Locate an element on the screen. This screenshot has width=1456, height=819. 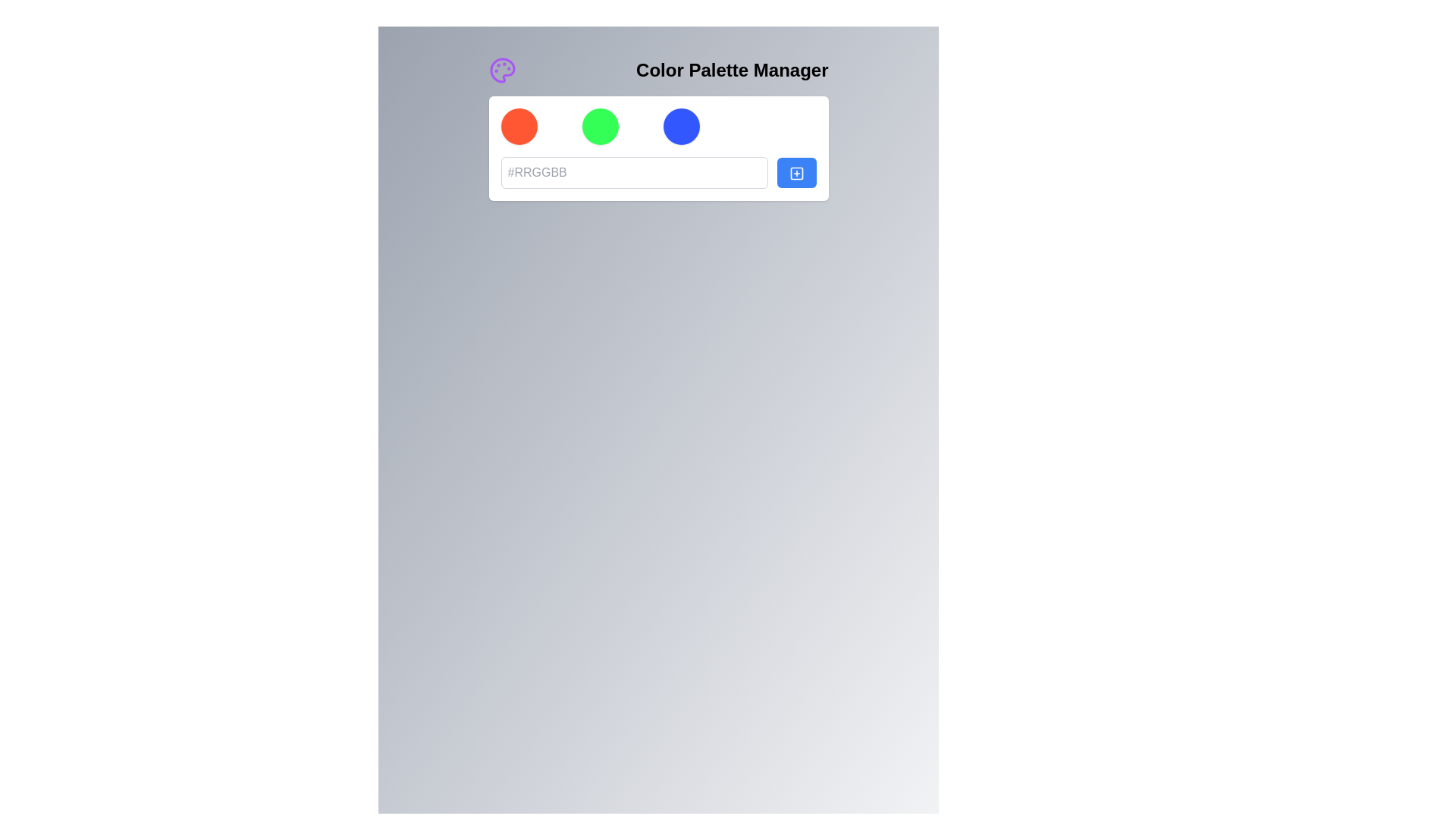
the add action icon located within the blue button on the right of the input field is located at coordinates (795, 172).